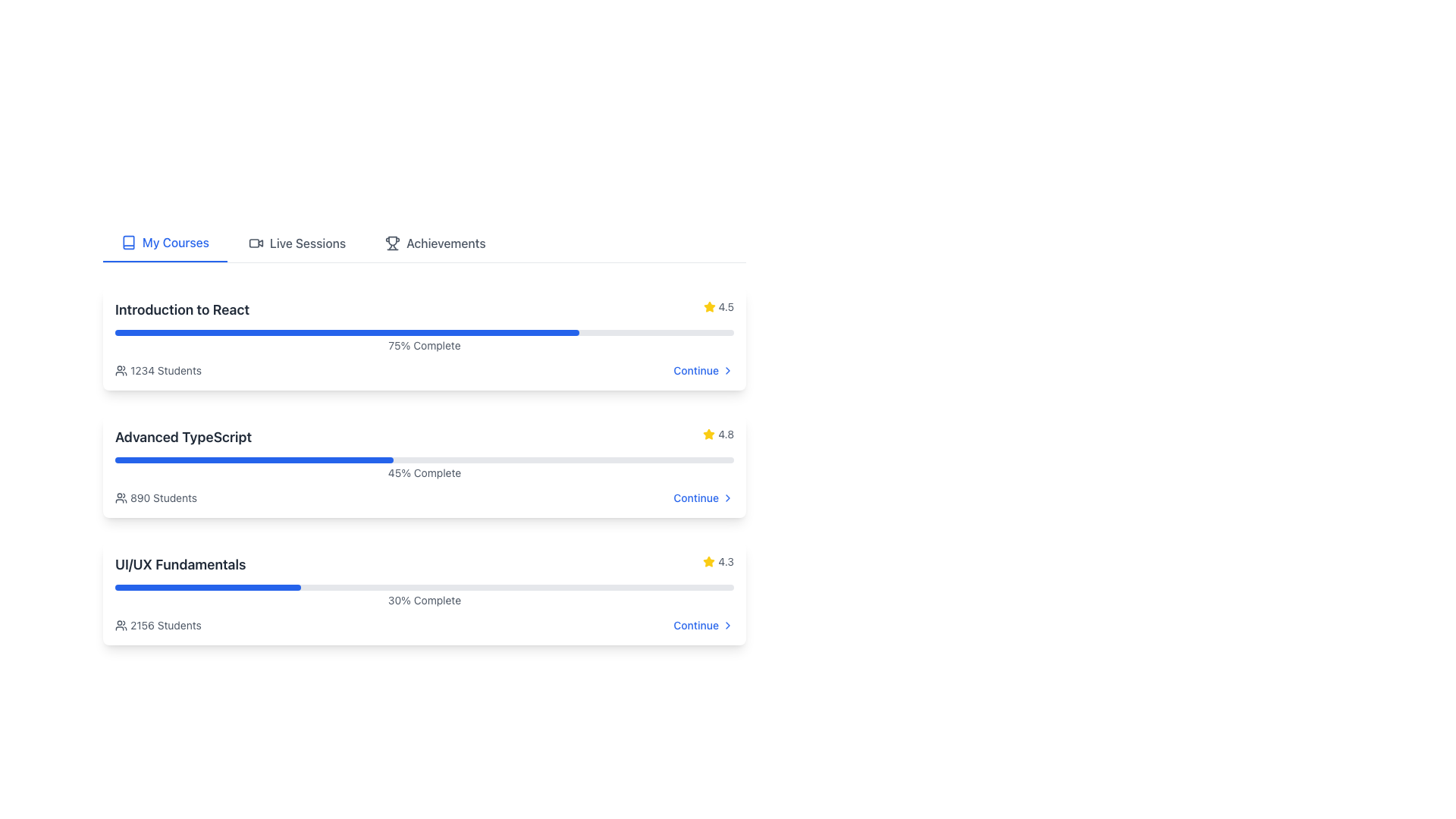 This screenshot has height=819, width=1456. I want to click on text of the Informative Label displaying '2156 Students', which is located in the bottom-most course section titled 'UI/UX Fundamentals', so click(158, 626).